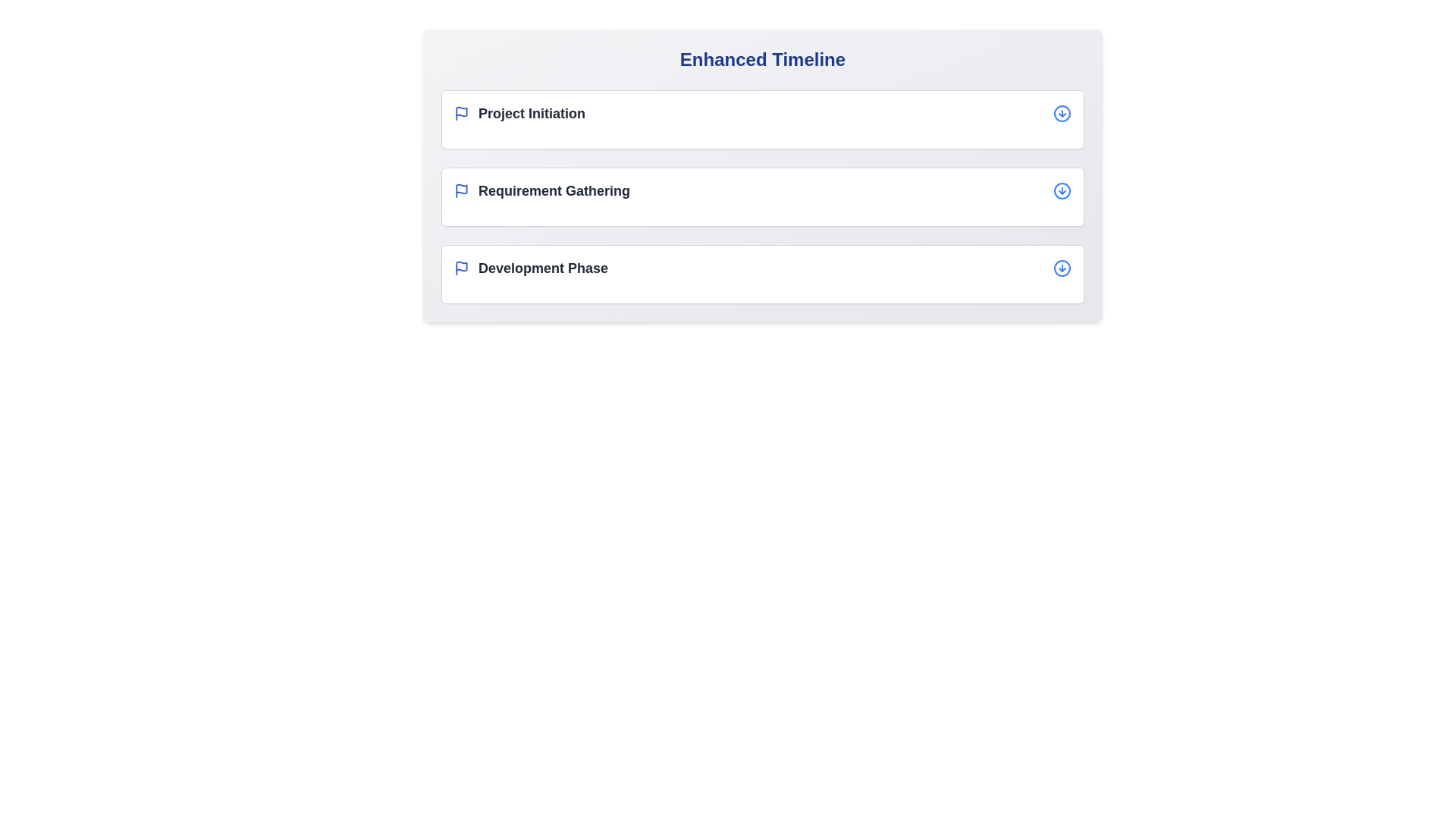 The image size is (1456, 819). What do you see at coordinates (1062, 268) in the screenshot?
I see `the arrow icon on the far right of the 'Development Phase' entry in the 'Enhanced Timeline' interface` at bounding box center [1062, 268].